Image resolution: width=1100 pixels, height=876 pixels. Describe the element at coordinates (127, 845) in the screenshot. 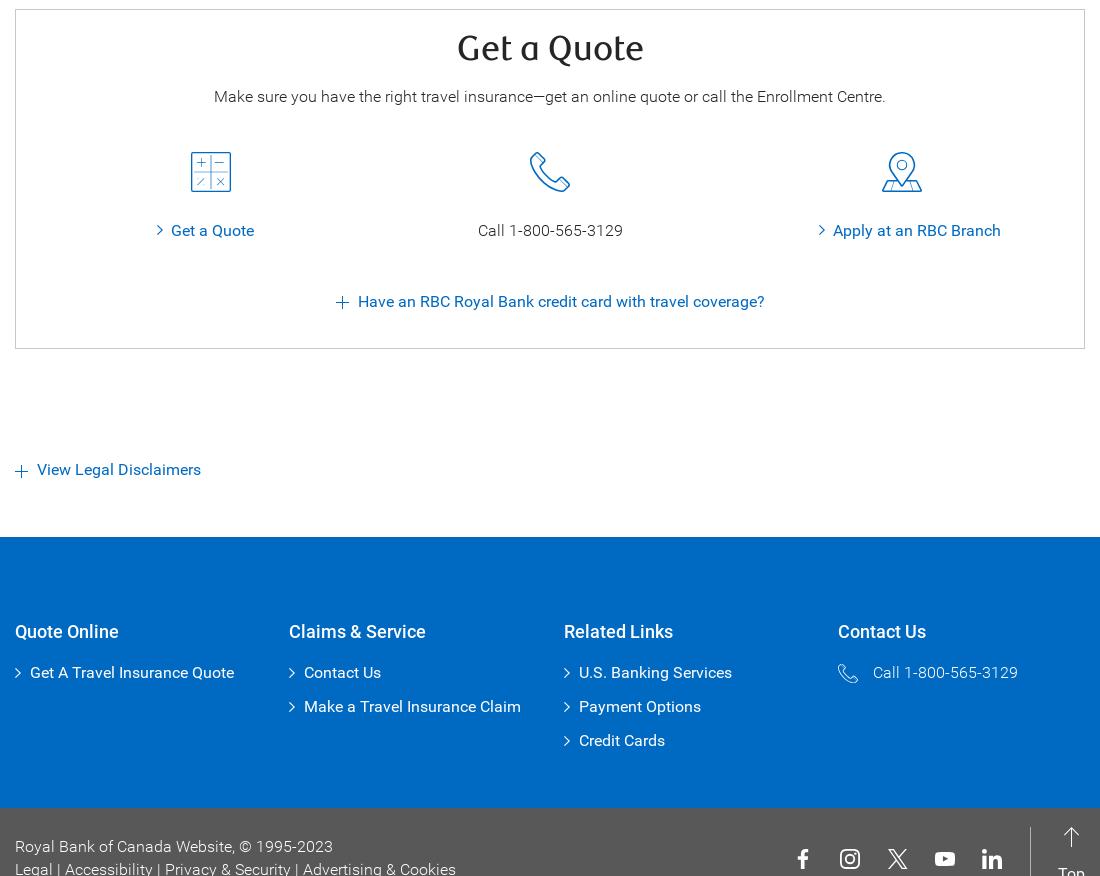

I see `'Royal Bank of Canada Website,'` at that location.